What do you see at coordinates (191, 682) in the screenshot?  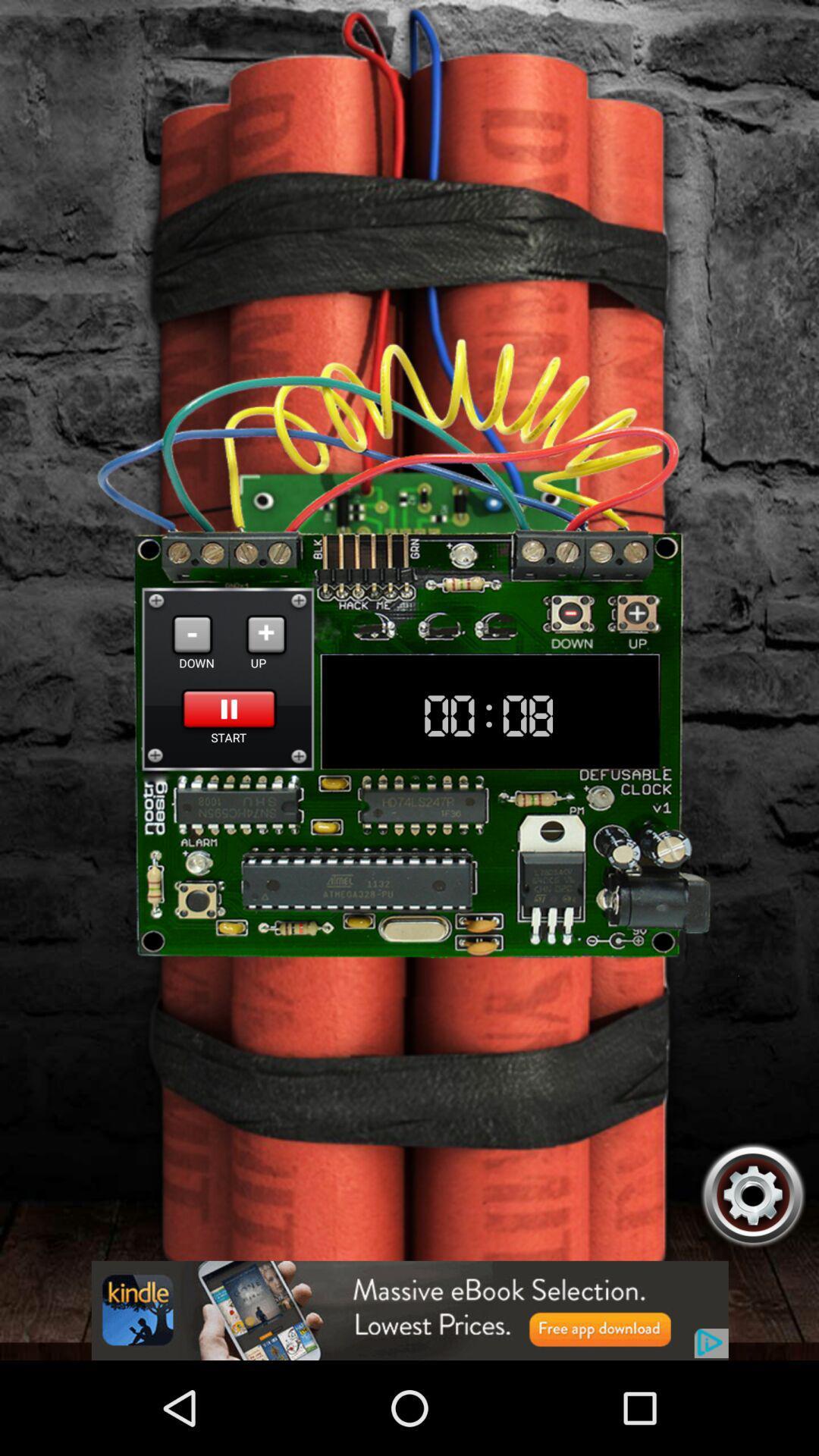 I see `the minus icon` at bounding box center [191, 682].